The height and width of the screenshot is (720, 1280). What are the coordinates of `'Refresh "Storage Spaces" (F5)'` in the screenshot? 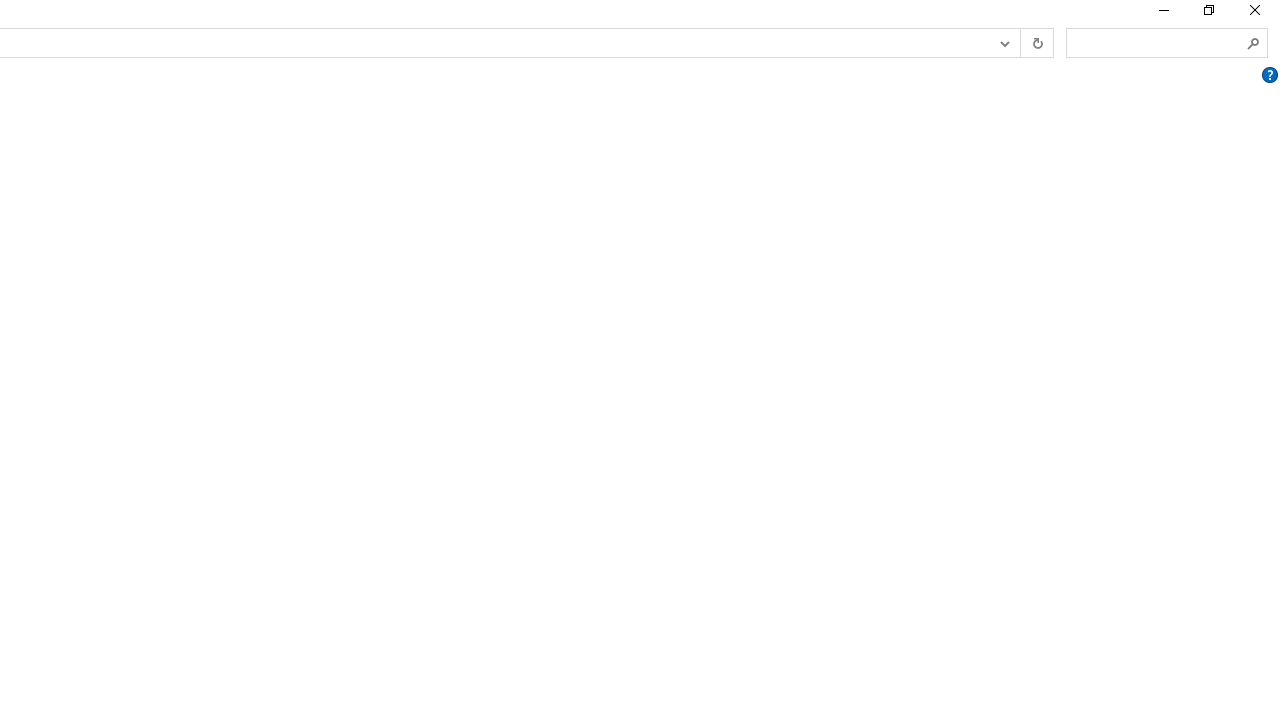 It's located at (1036, 43).